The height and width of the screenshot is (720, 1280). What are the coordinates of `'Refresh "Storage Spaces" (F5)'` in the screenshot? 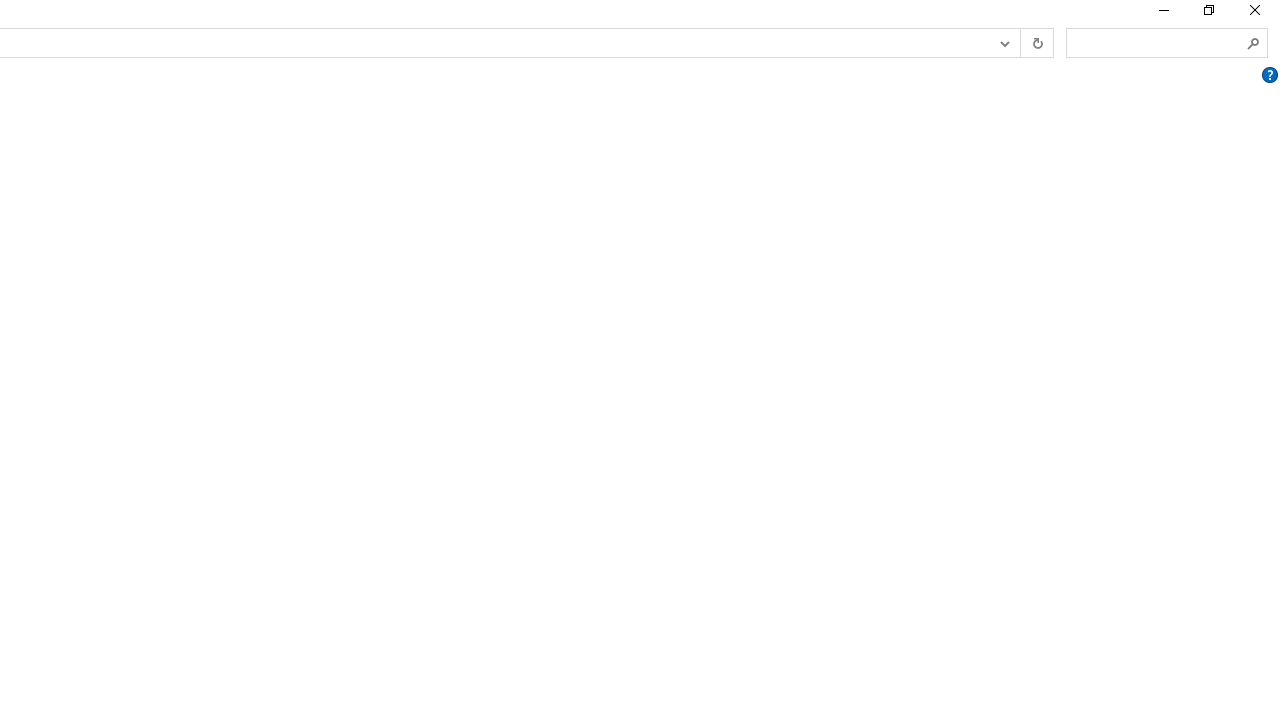 It's located at (1036, 43).